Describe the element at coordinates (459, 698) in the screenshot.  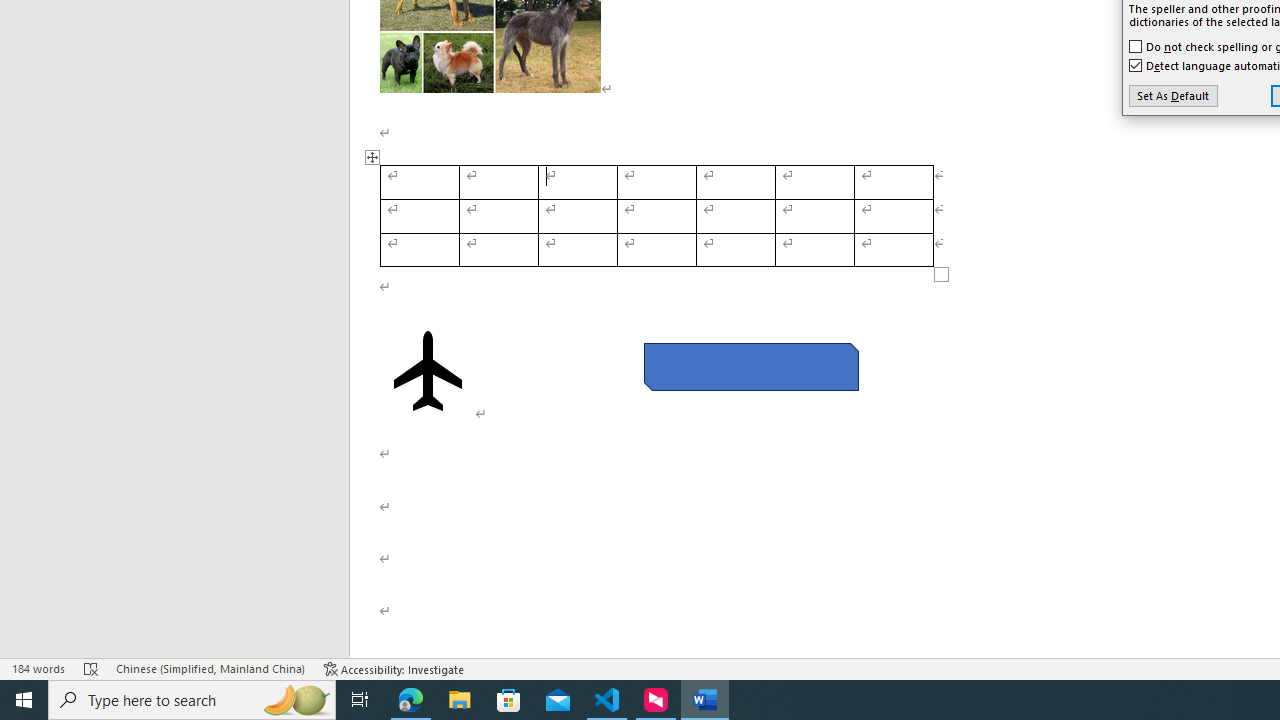
I see `'File Explorer'` at that location.